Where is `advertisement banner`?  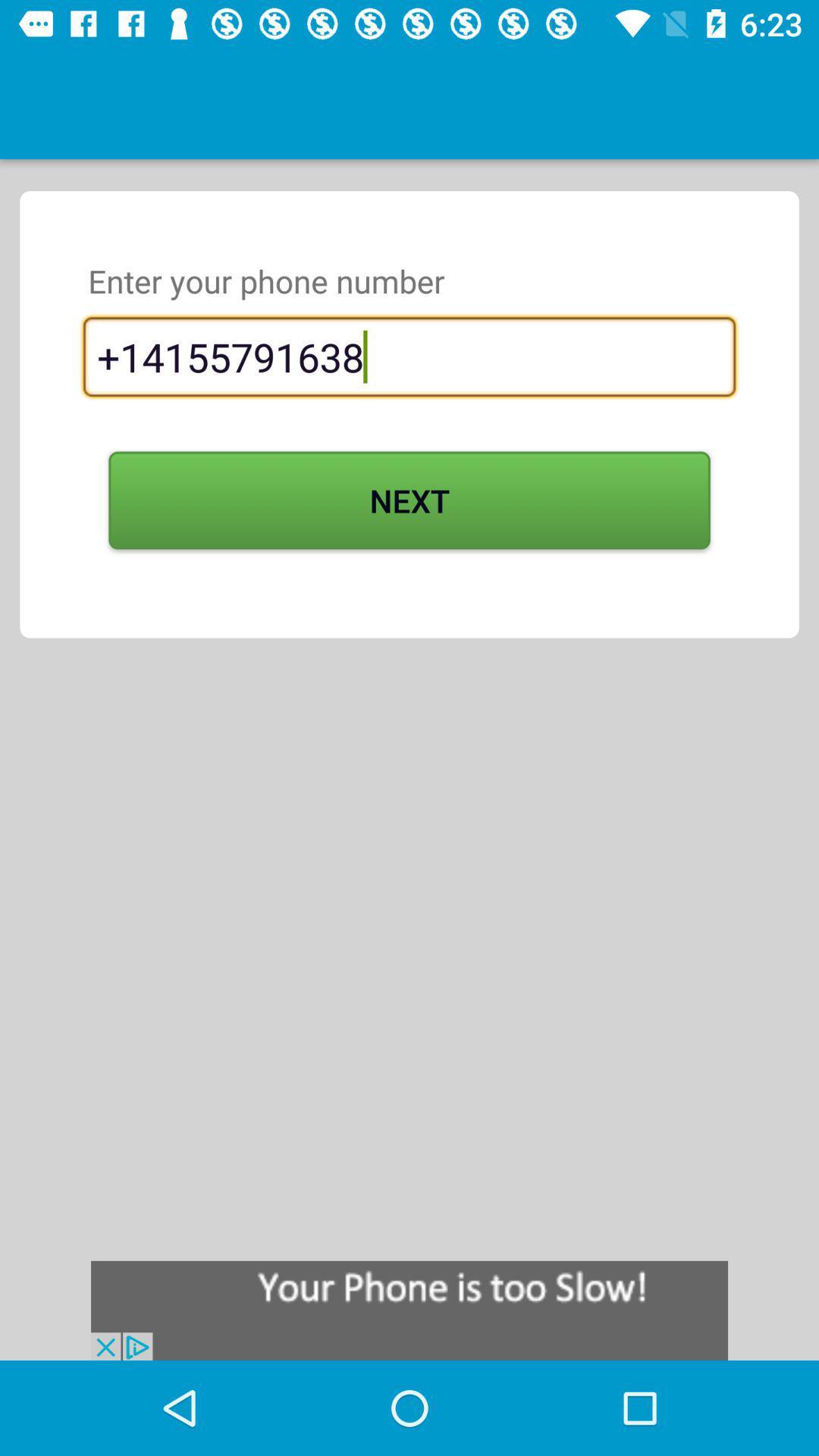 advertisement banner is located at coordinates (409, 1310).